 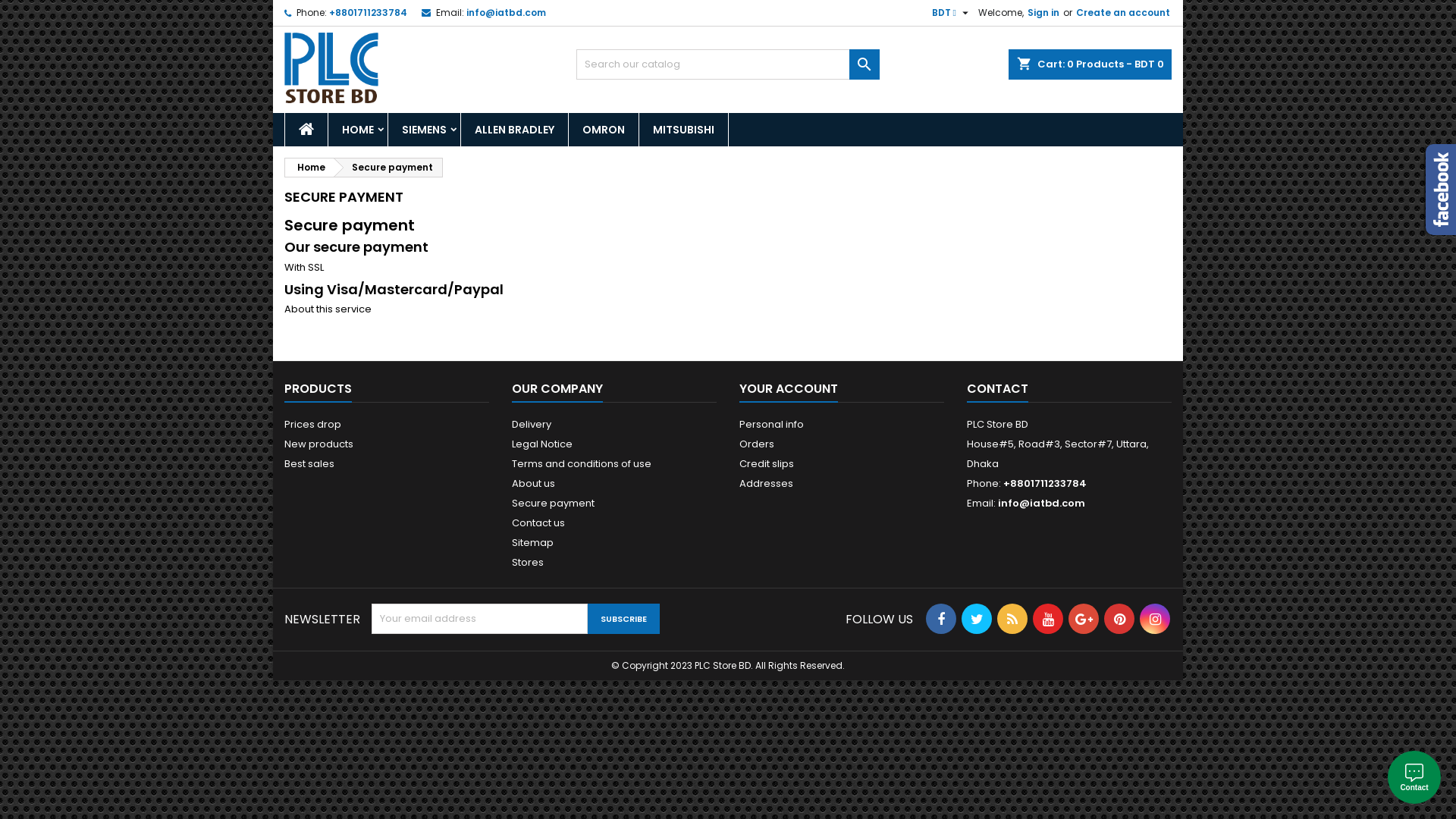 What do you see at coordinates (512, 444) in the screenshot?
I see `'Legal Notice'` at bounding box center [512, 444].